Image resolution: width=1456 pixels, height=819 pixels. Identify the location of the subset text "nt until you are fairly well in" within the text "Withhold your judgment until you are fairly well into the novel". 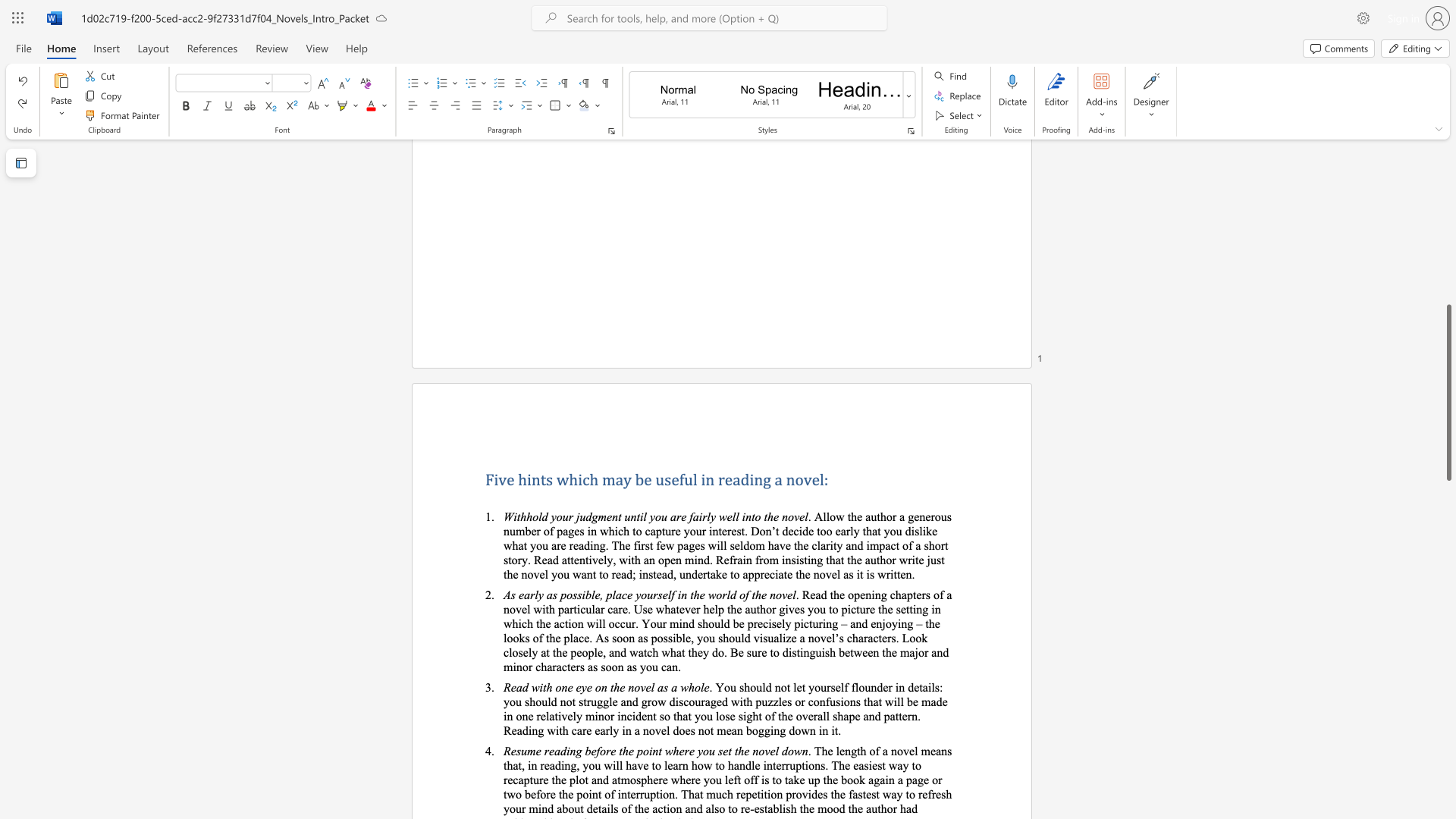
(612, 516).